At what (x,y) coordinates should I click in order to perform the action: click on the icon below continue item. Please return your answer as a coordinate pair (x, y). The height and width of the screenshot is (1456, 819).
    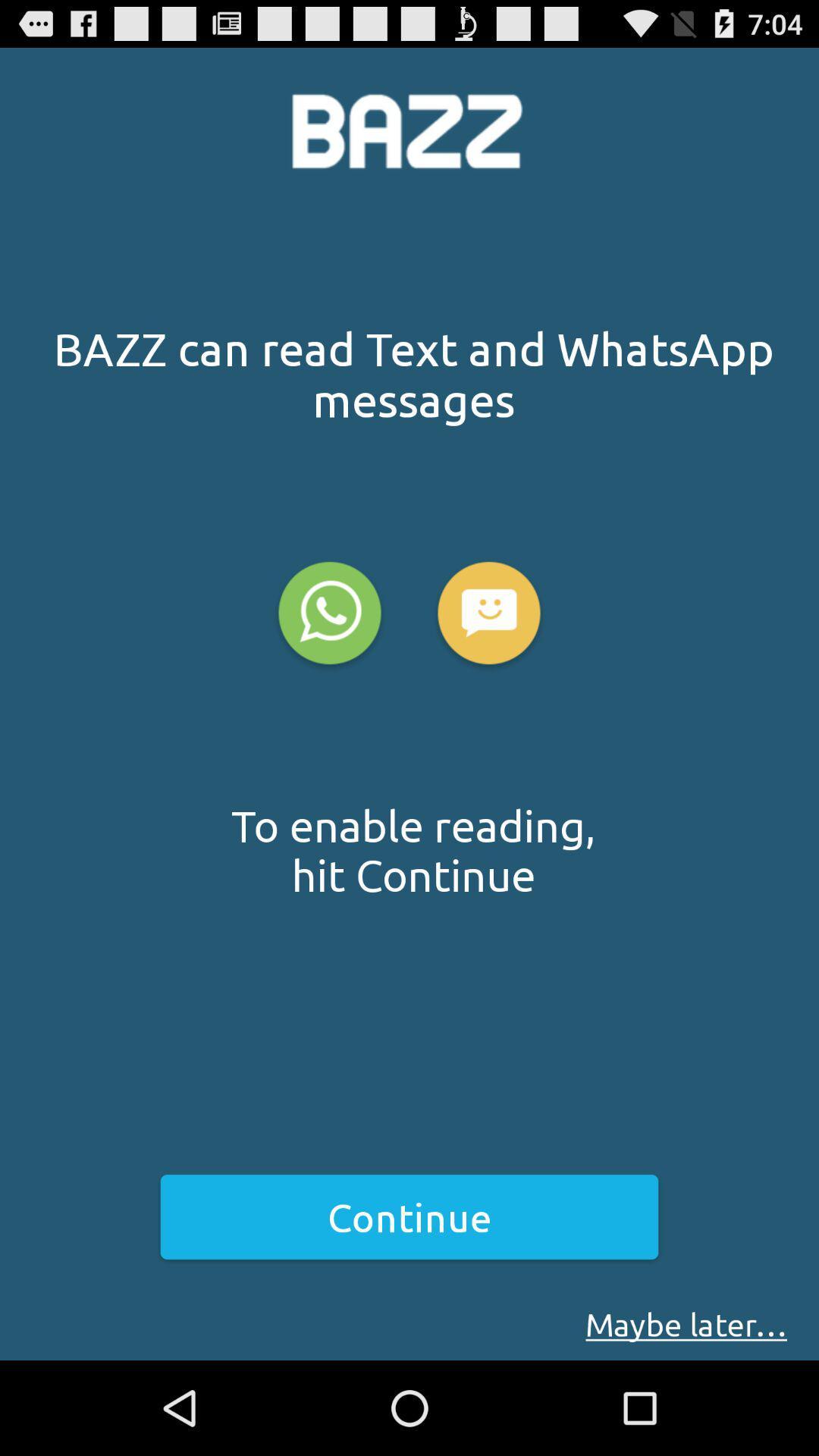
    Looking at the image, I should click on (686, 1323).